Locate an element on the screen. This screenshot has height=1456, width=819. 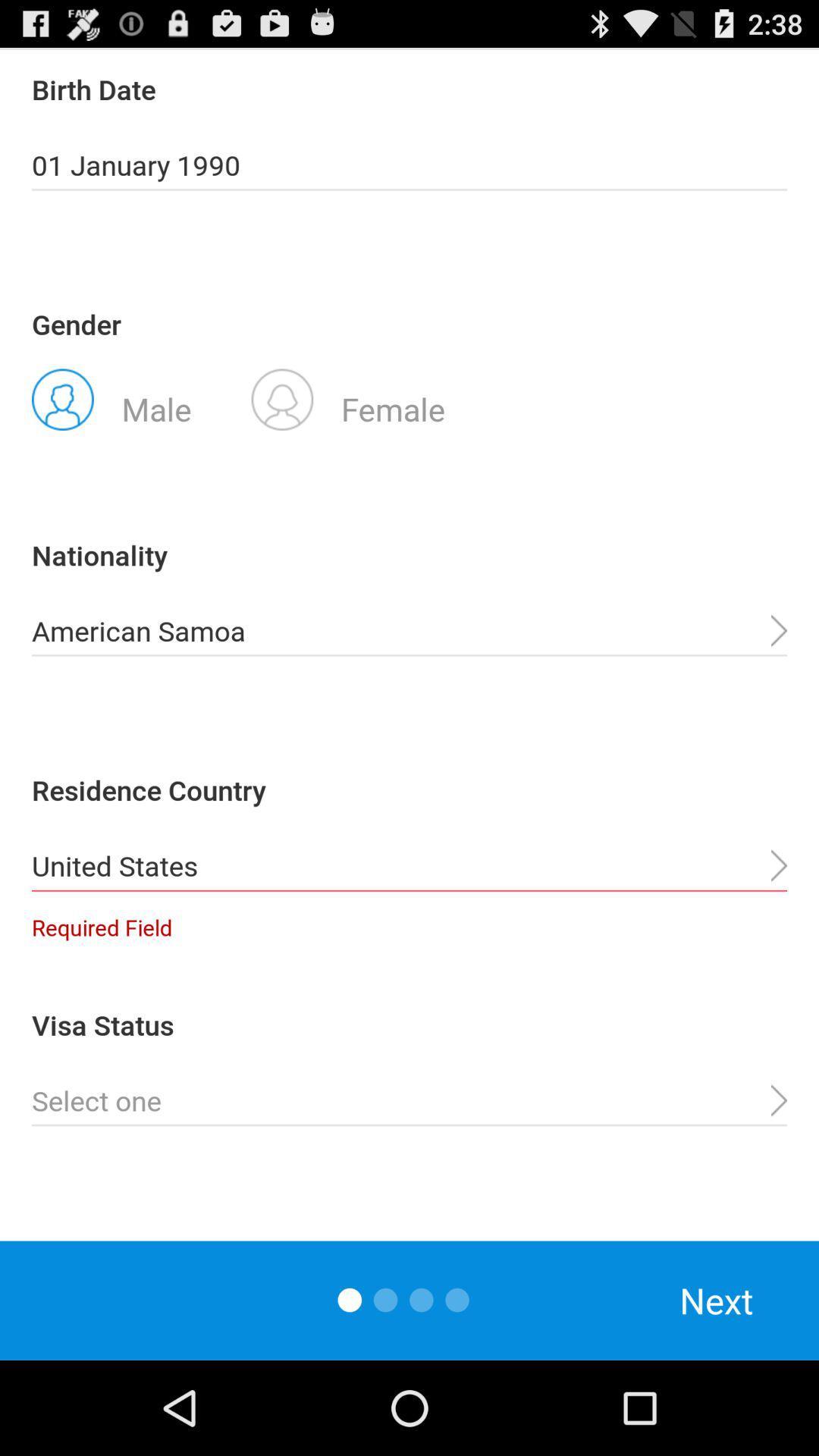
radio button next to male icon is located at coordinates (348, 398).